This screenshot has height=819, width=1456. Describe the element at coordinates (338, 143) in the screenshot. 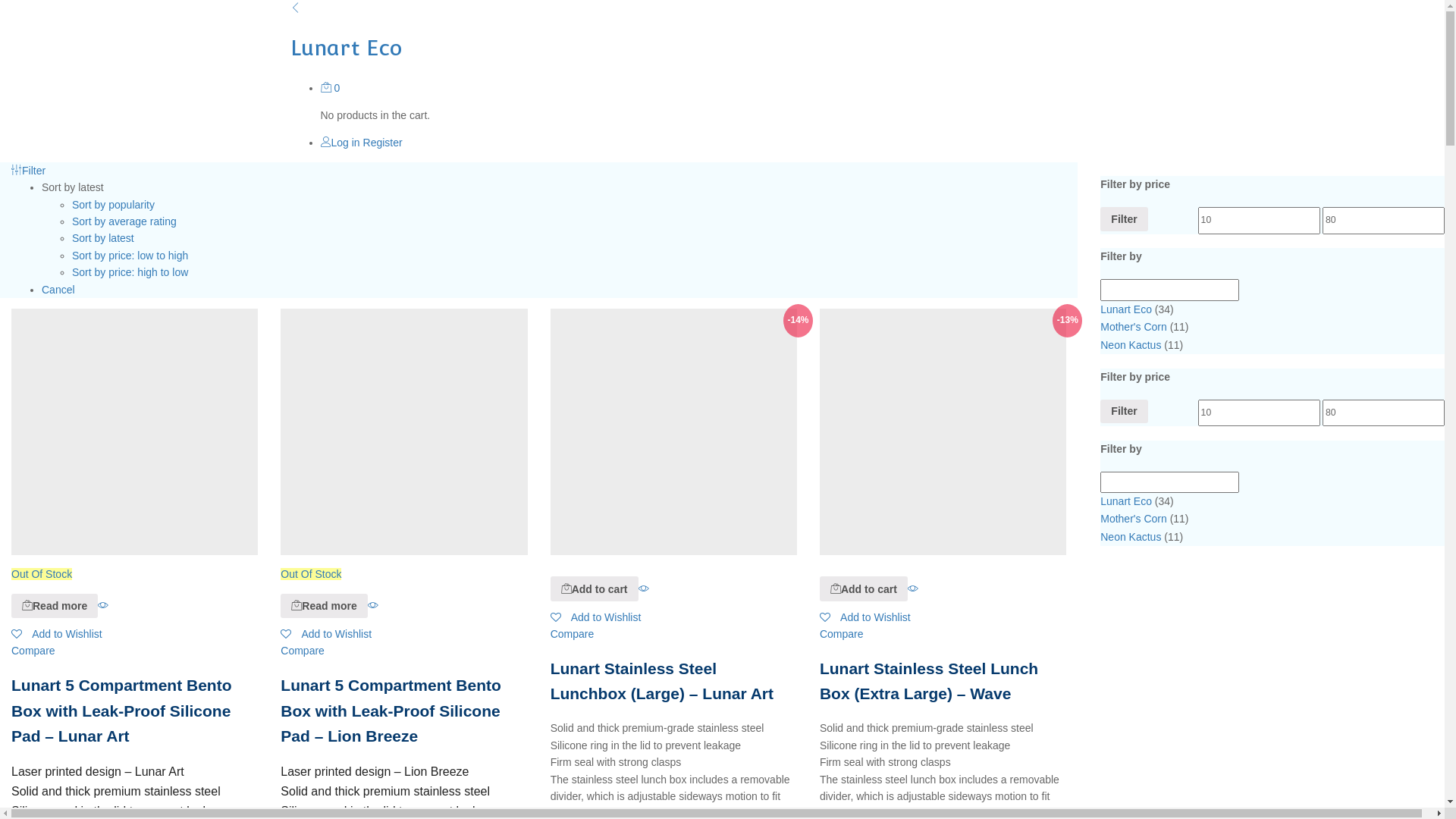

I see `'Log in'` at that location.